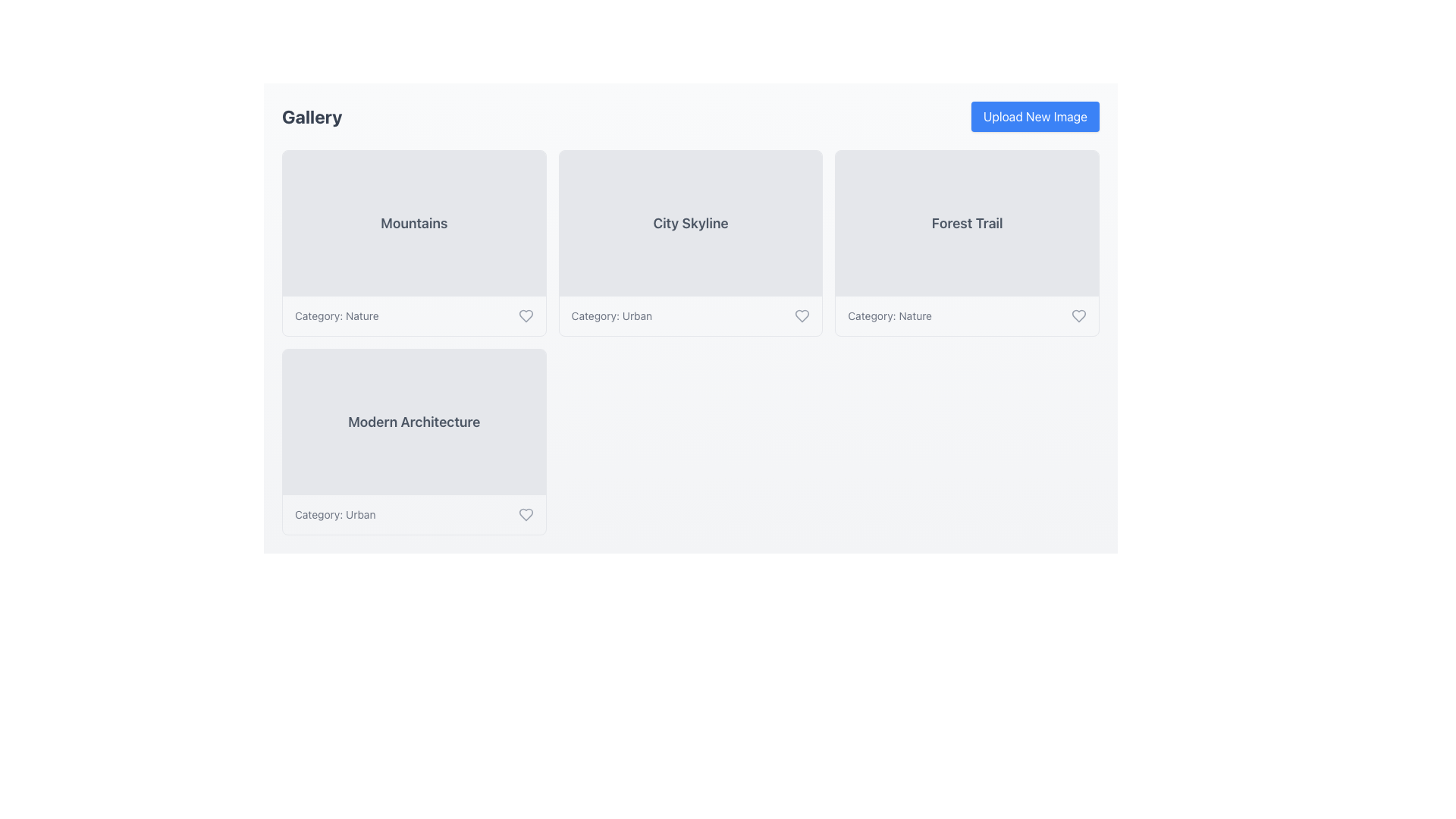 This screenshot has height=819, width=1456. I want to click on the heart-shaped icon located in the bottom right corner of the 'City Skyline' card to mark the item as favorite, so click(802, 315).